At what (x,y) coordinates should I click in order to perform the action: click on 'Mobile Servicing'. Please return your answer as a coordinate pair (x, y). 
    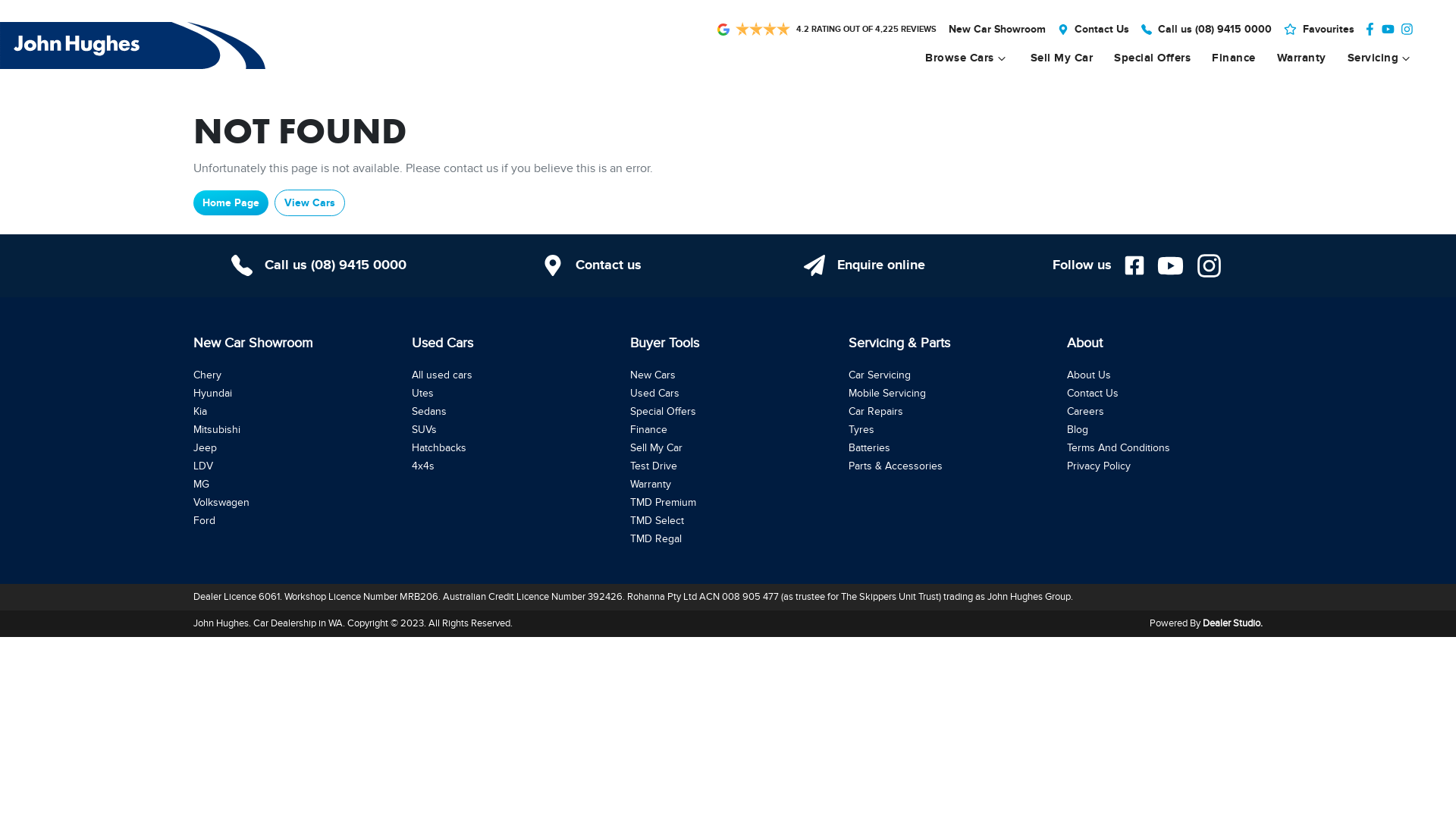
    Looking at the image, I should click on (887, 392).